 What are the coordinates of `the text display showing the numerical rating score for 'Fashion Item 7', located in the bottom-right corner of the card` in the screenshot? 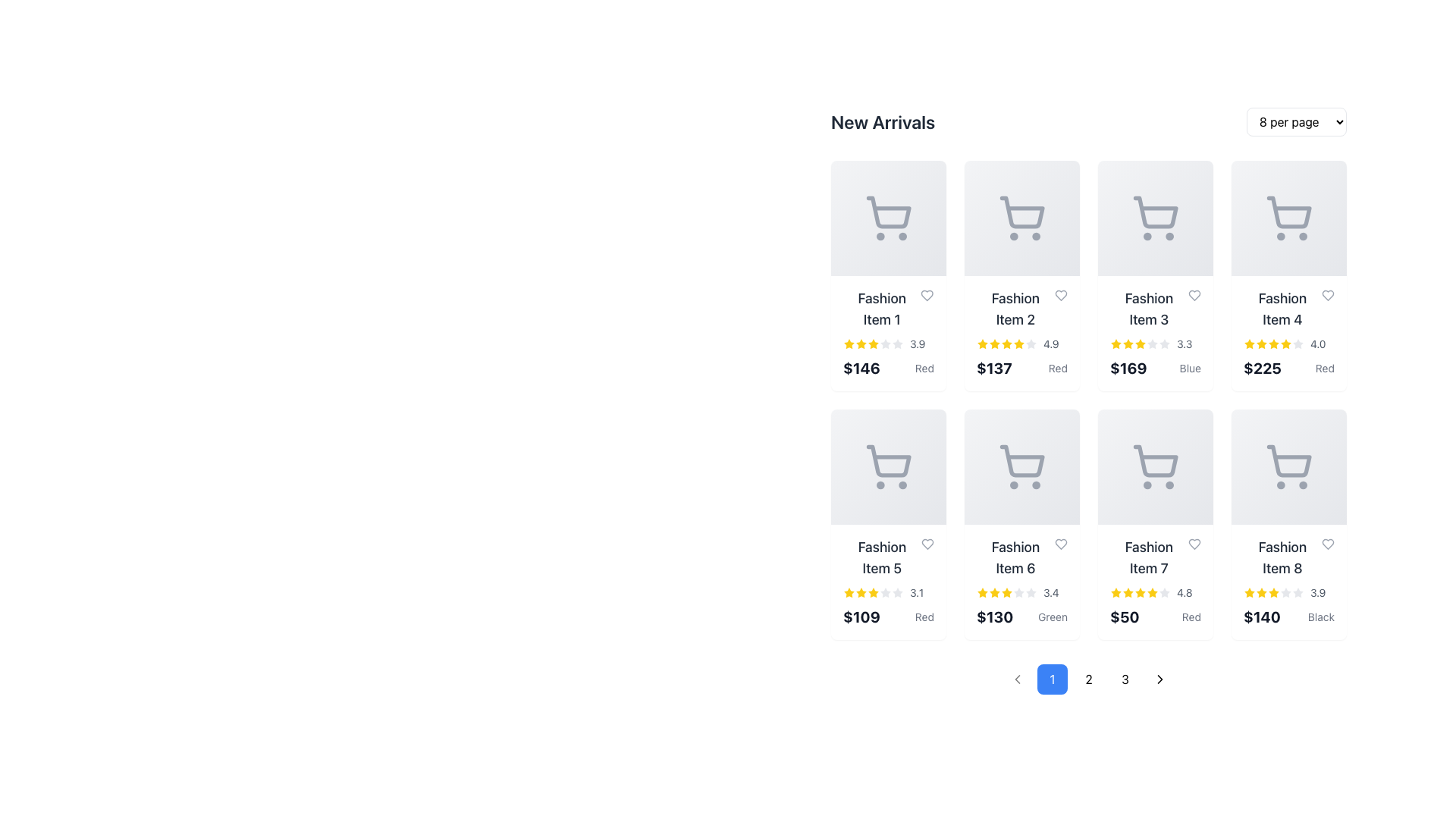 It's located at (1184, 592).